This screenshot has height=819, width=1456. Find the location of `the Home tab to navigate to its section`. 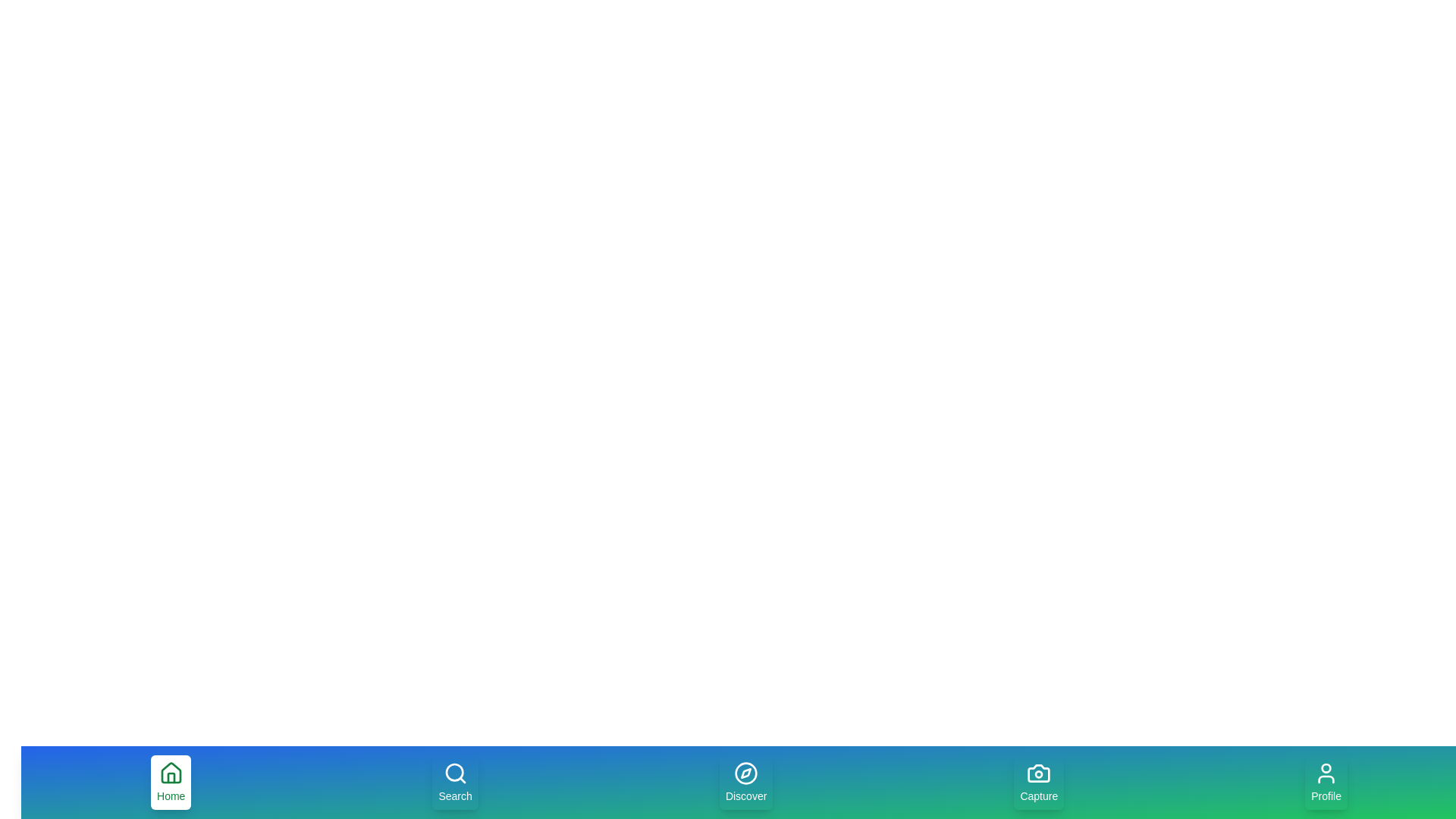

the Home tab to navigate to its section is located at coordinates (171, 783).